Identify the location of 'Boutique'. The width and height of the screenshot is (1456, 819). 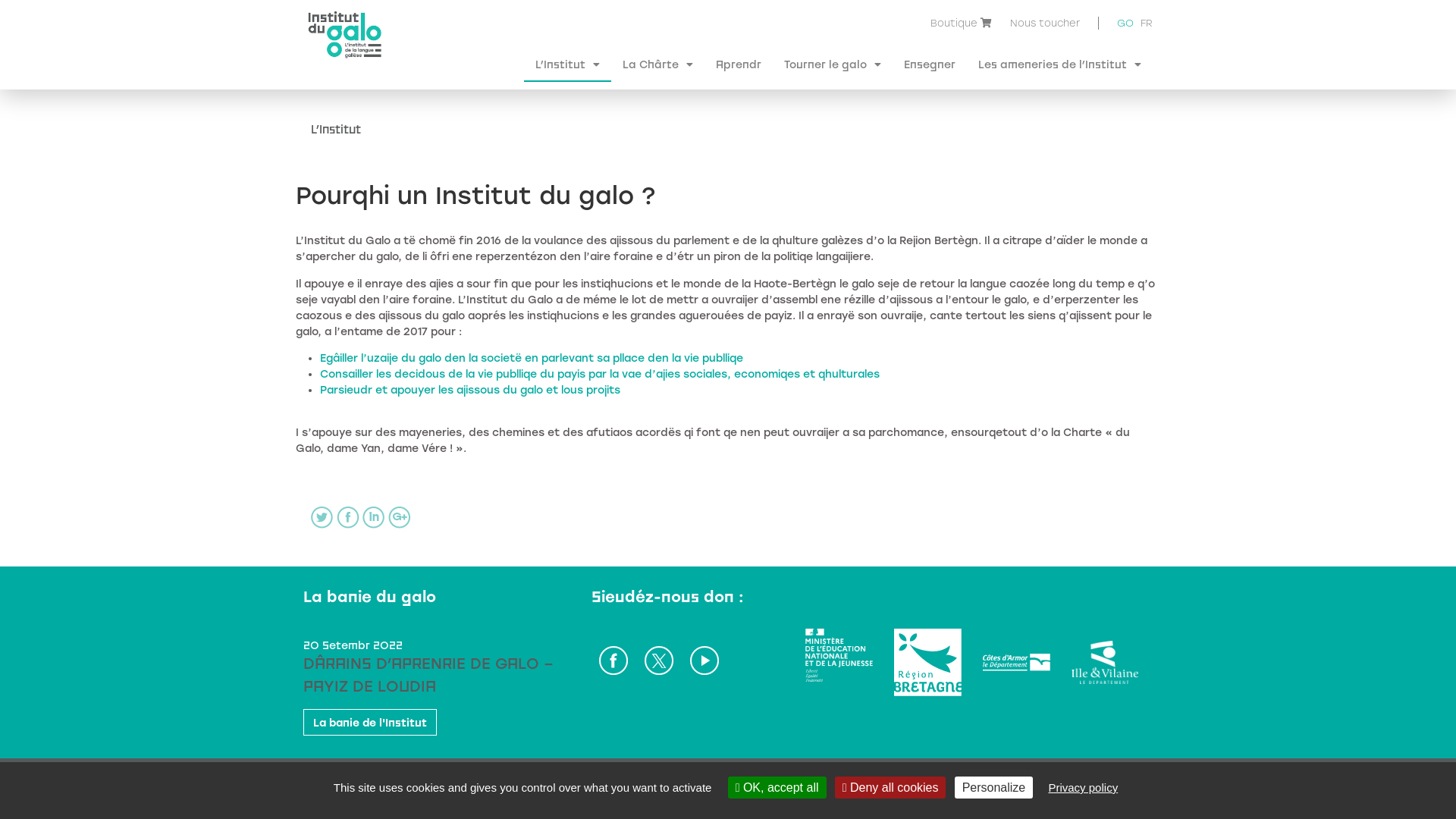
(952, 23).